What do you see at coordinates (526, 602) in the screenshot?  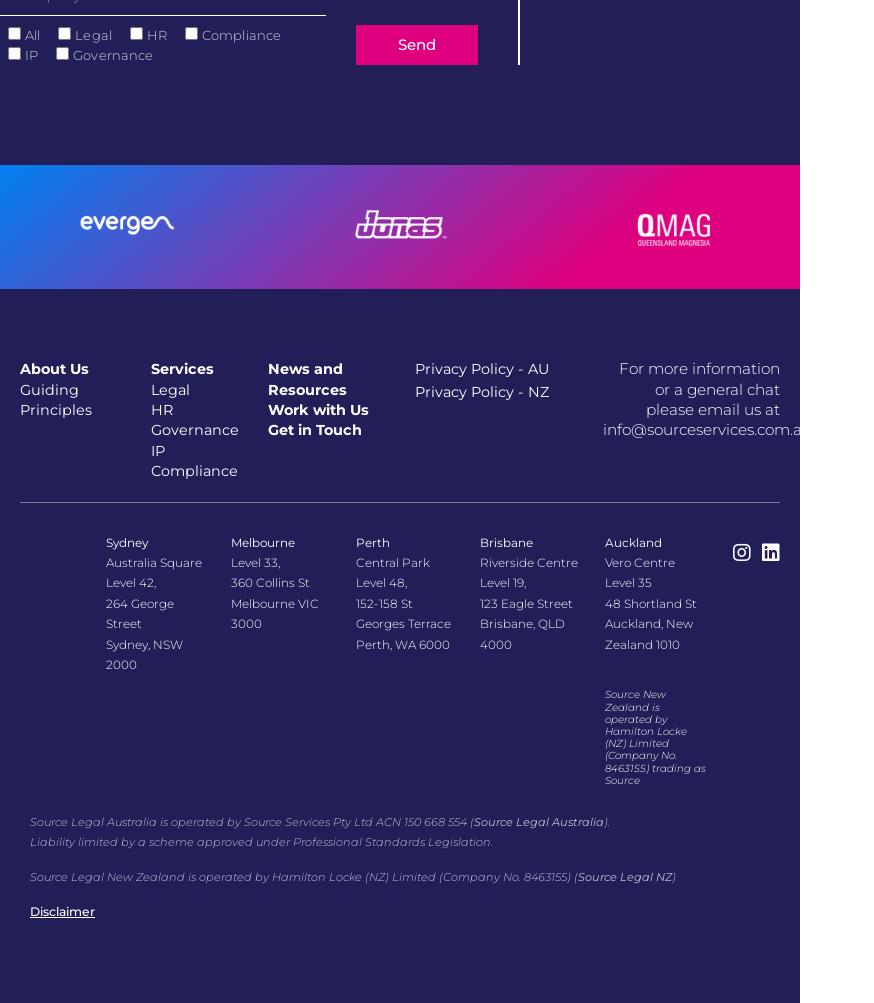 I see `'123 Eagle Street'` at bounding box center [526, 602].